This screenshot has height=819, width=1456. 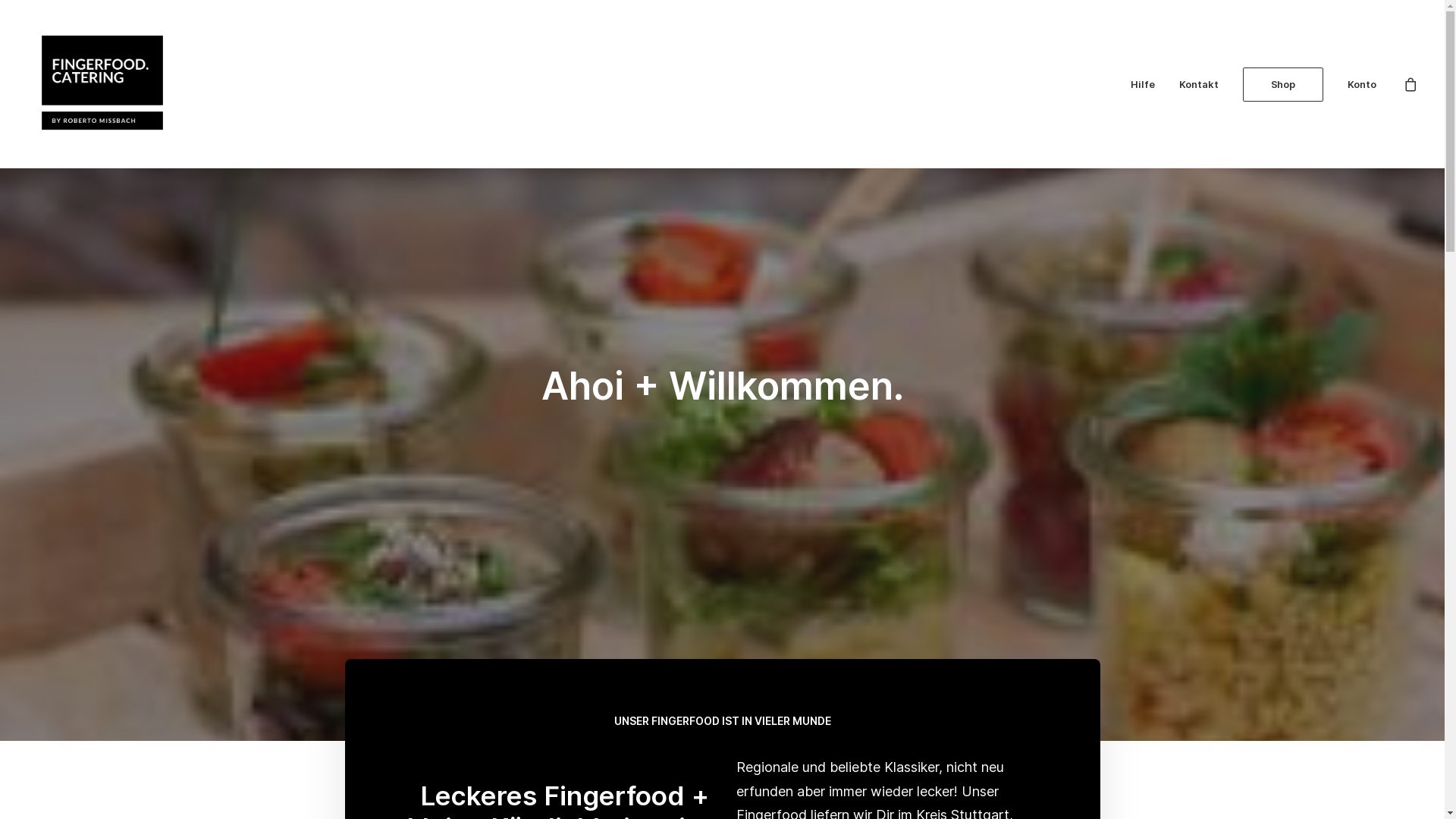 What do you see at coordinates (1232, 83) in the screenshot?
I see `'Shop'` at bounding box center [1232, 83].